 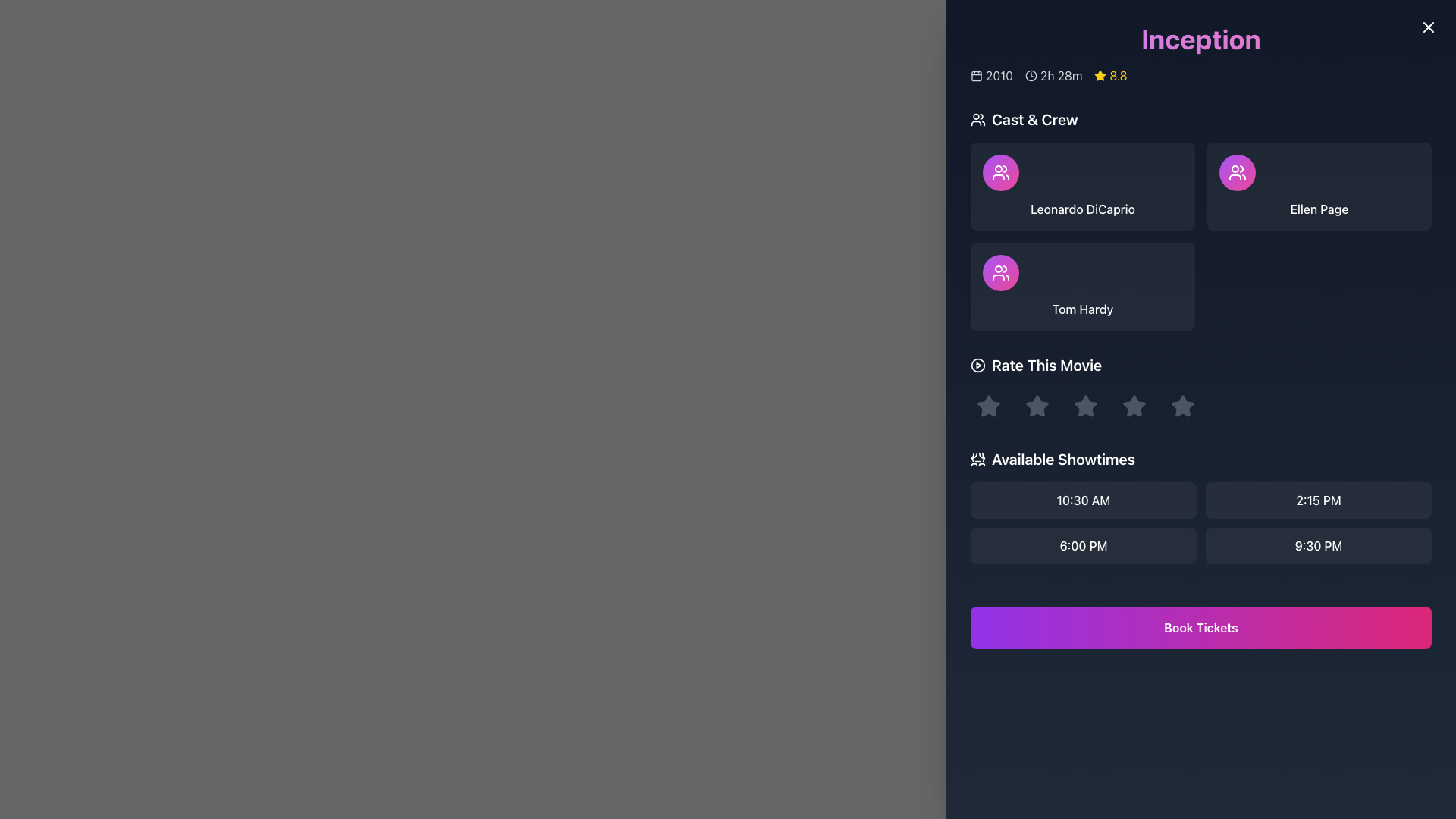 I want to click on the label displaying 'Ellen Page' in the third card of the 'Cast & Crew' section, which is the rightmost card in the top row, so click(x=1318, y=209).